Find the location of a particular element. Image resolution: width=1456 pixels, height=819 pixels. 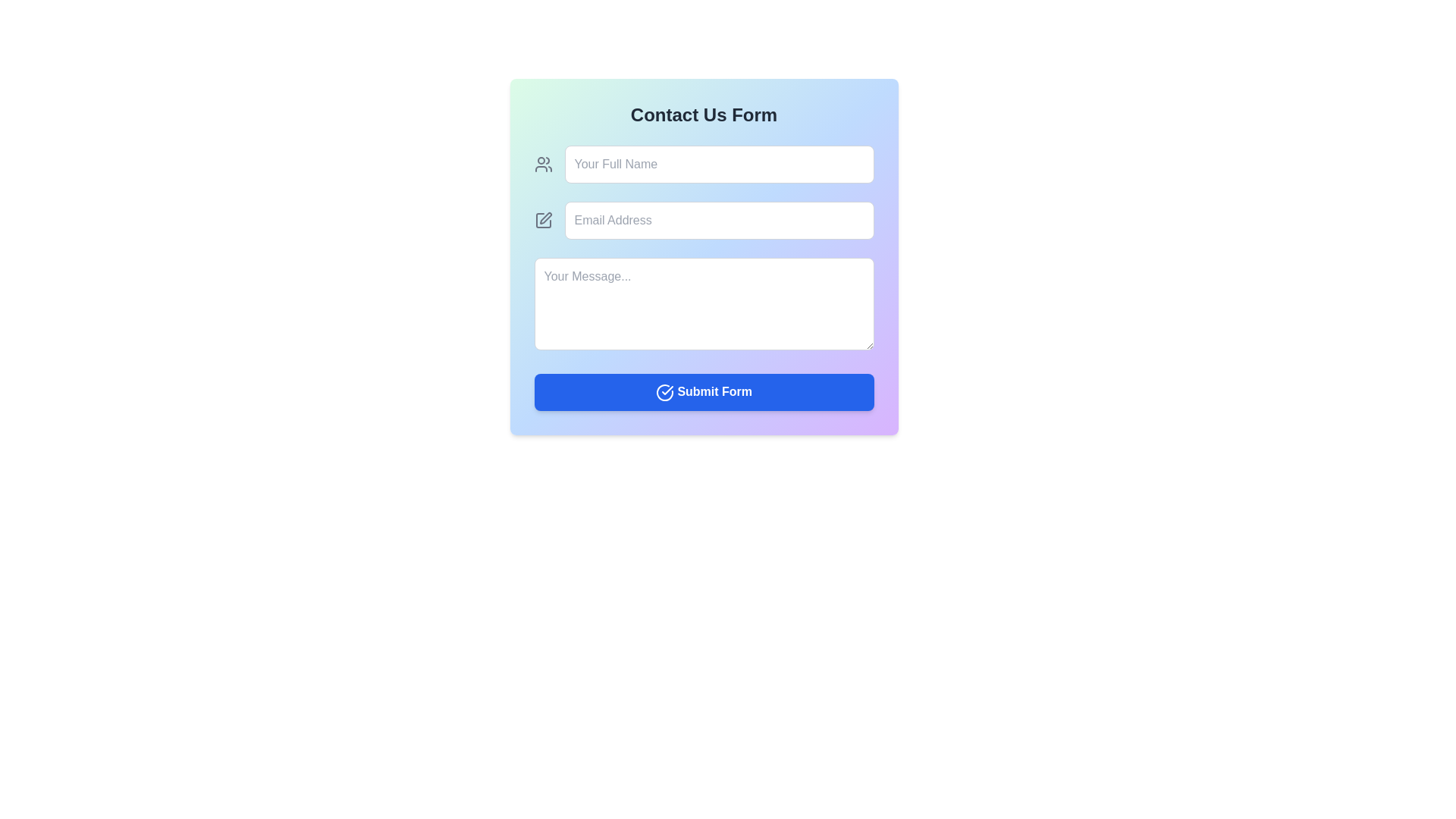

the 'Submit Form' button surrounding the checkmark icon located at the bottom-center of the contact form interface is located at coordinates (667, 389).